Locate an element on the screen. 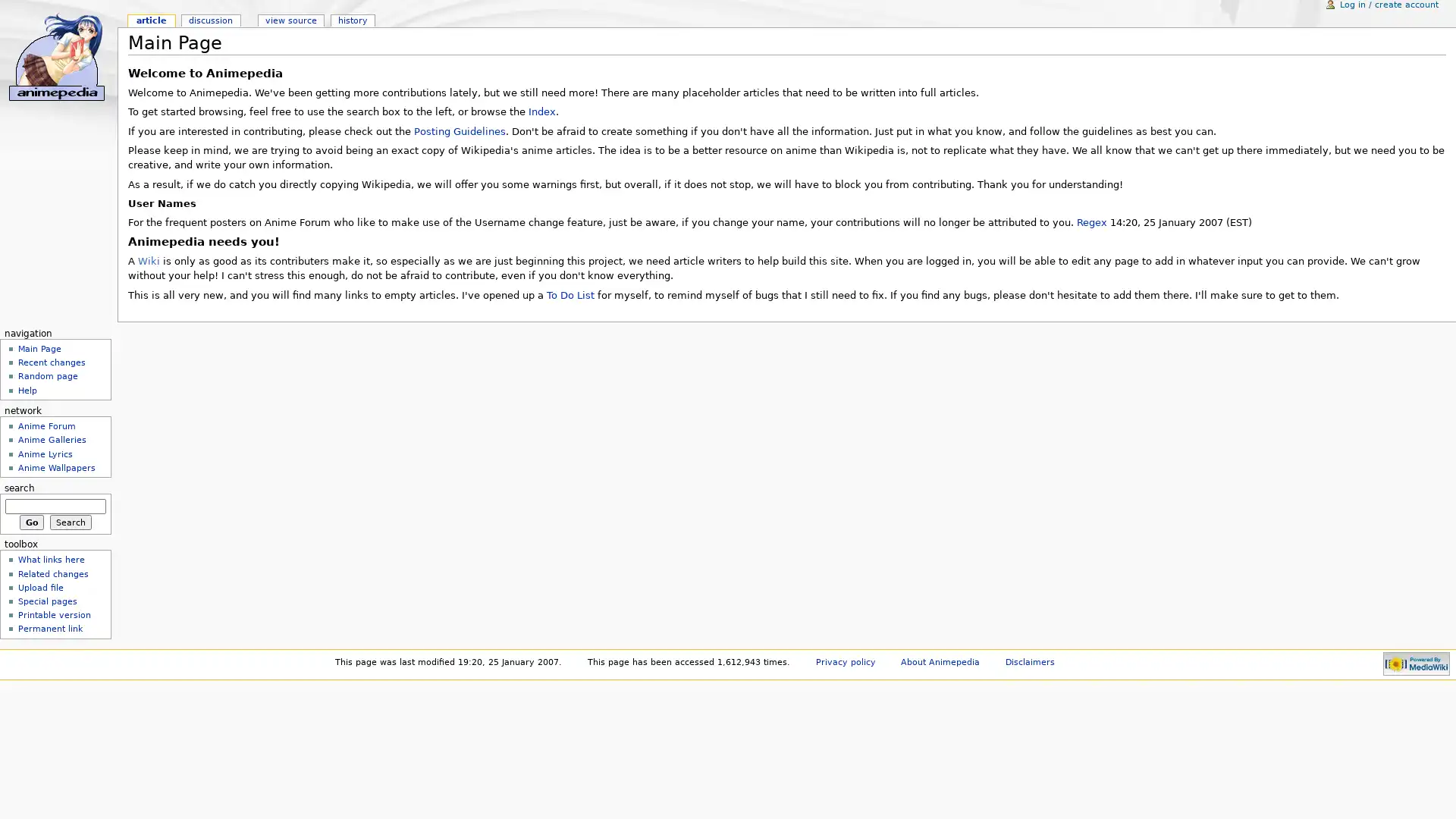 The width and height of the screenshot is (1456, 819). Go is located at coordinates (31, 520).